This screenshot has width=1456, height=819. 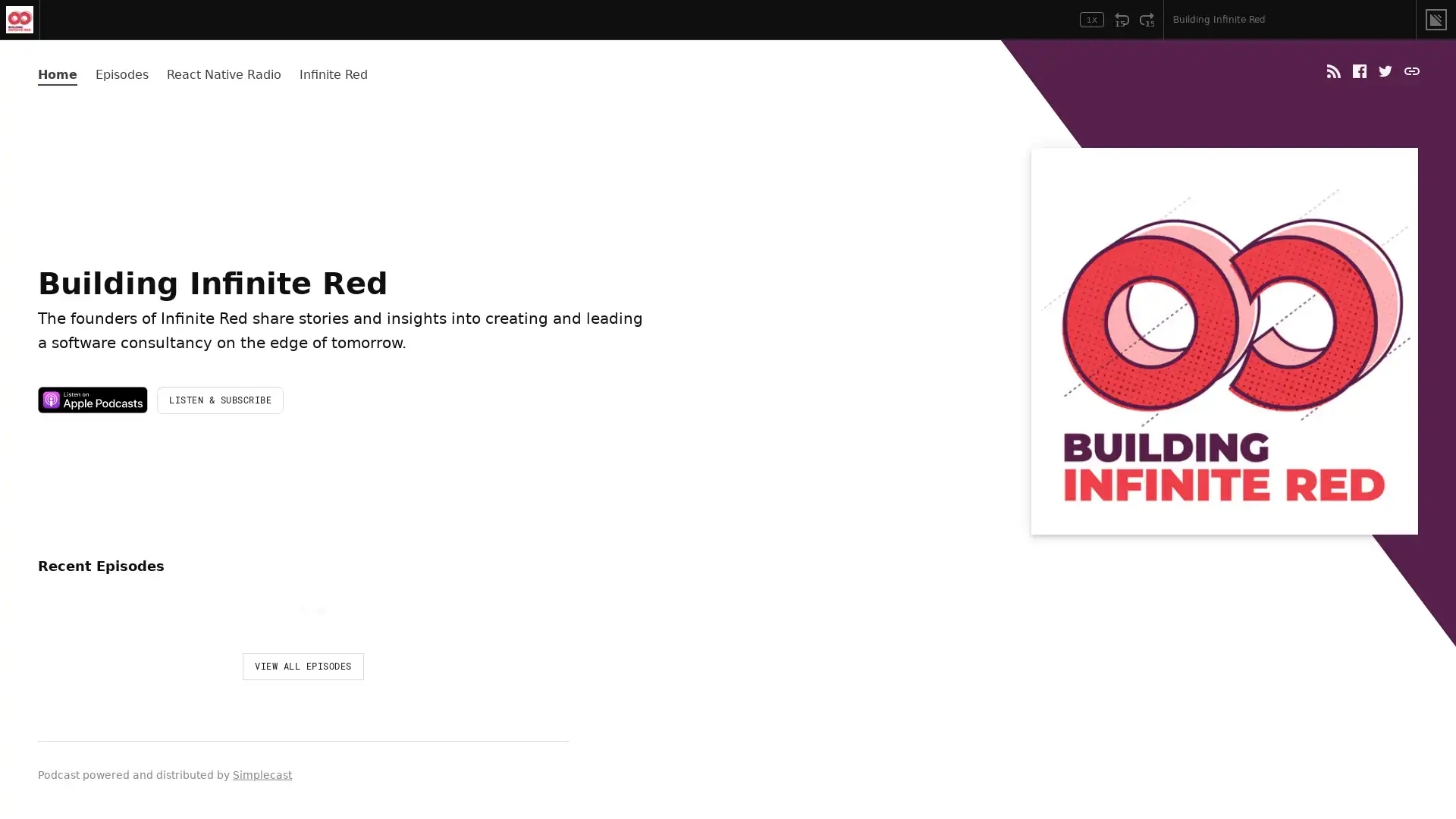 I want to click on Toggle Speed: Current Speed 1x, so click(x=1092, y=20).